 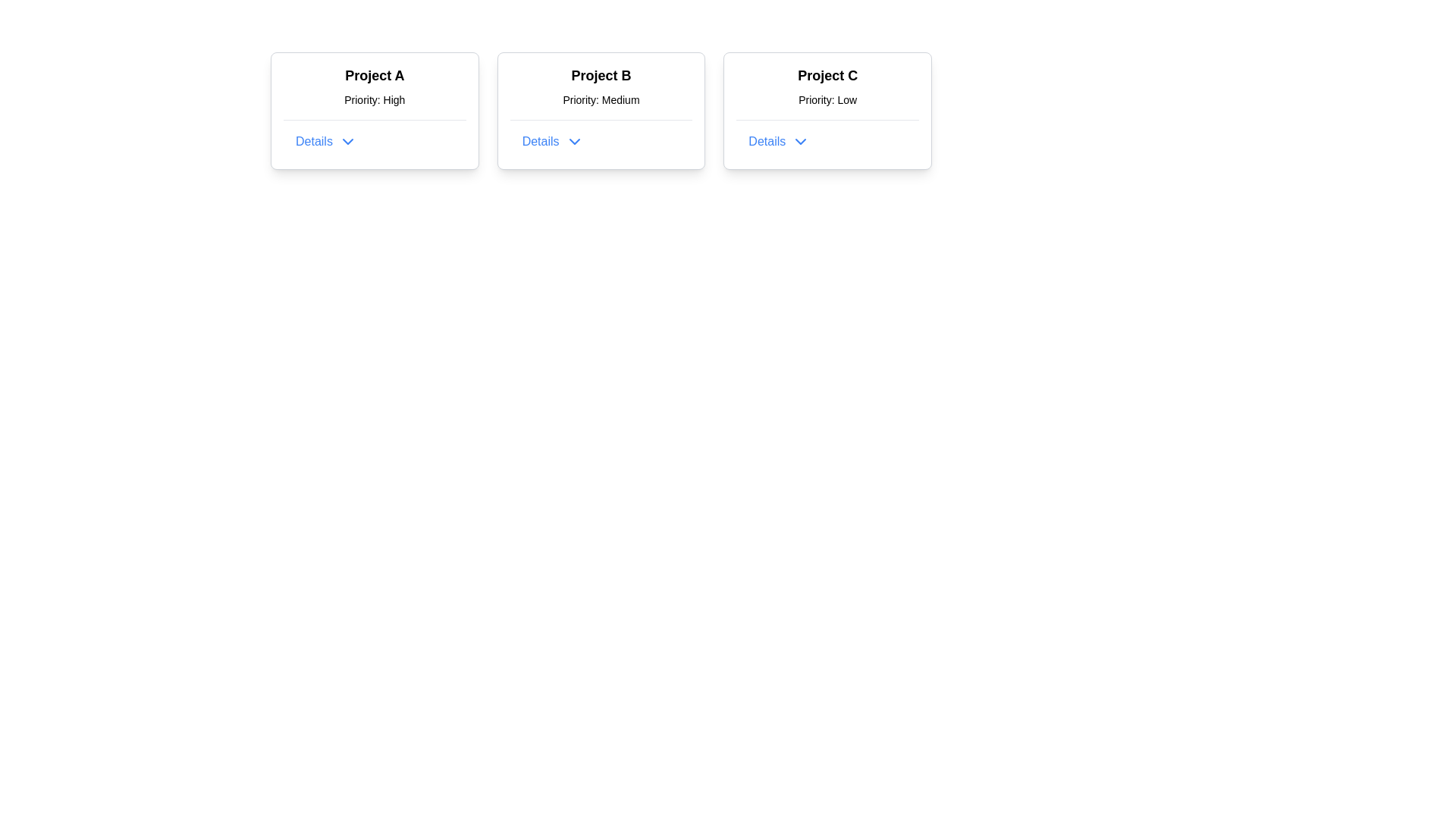 I want to click on the text label 'Project B' that is styled in bold and positioned at the top of its card, which is the middle card in a series of three horizontally aligned cards, so click(x=600, y=76).